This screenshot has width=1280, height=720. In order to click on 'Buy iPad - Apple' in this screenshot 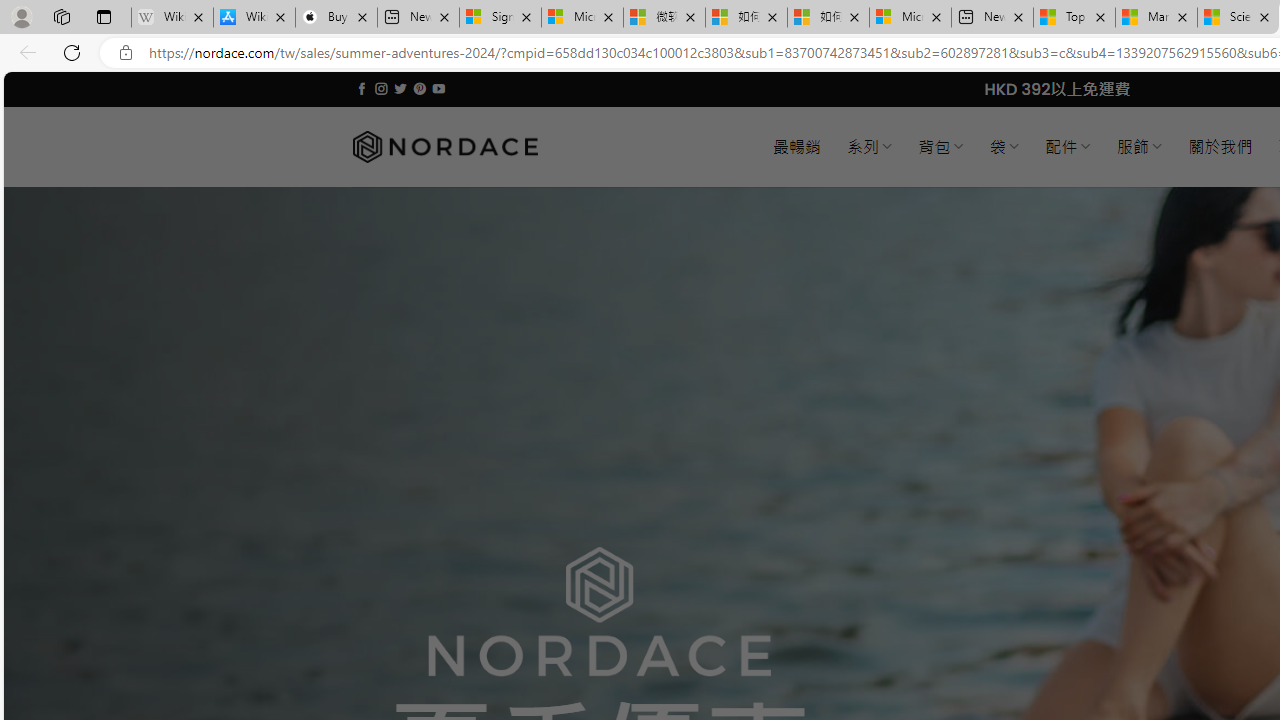, I will do `click(336, 17)`.